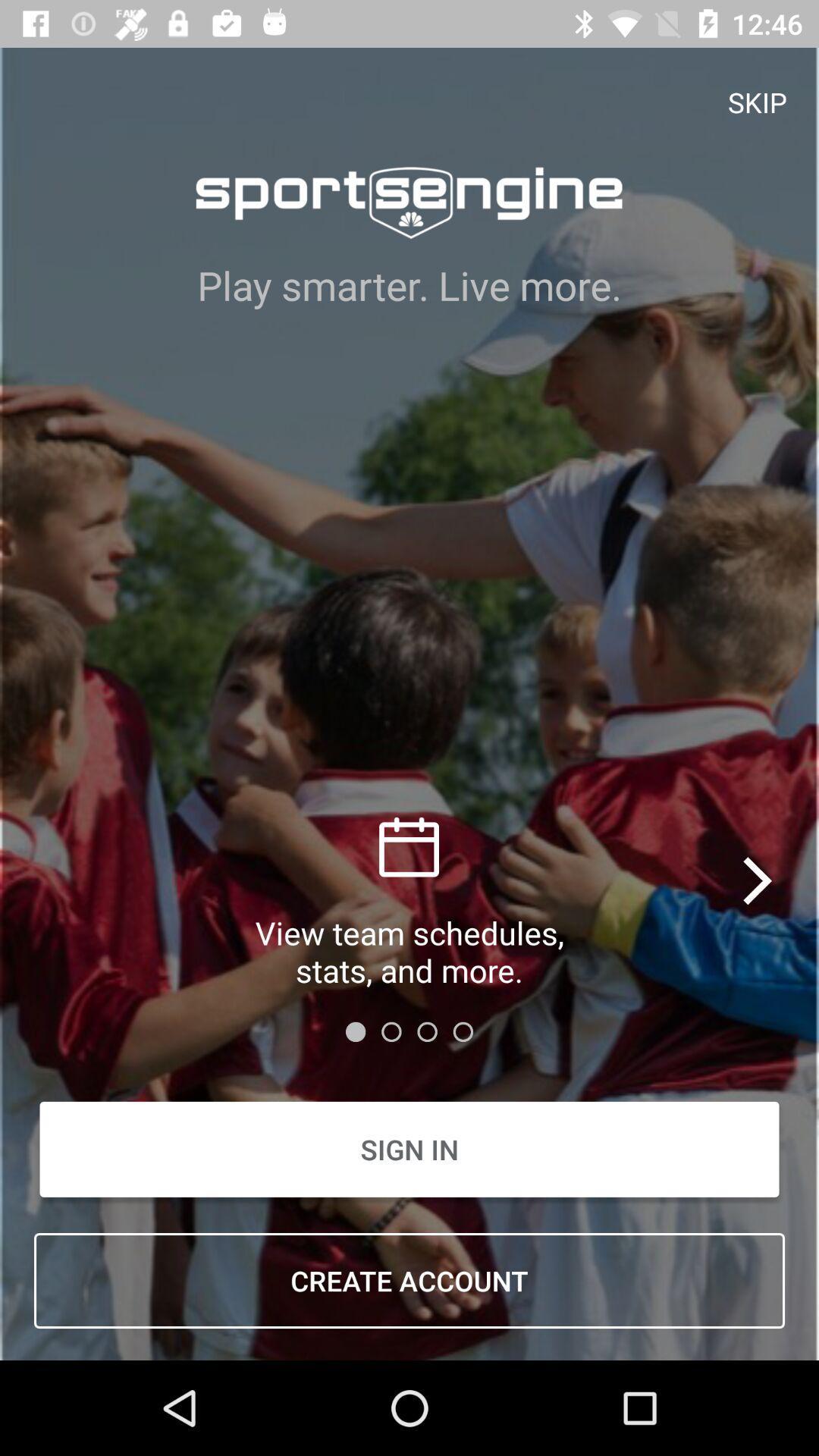 The height and width of the screenshot is (1456, 819). Describe the element at coordinates (409, 1280) in the screenshot. I see `the create account item` at that location.